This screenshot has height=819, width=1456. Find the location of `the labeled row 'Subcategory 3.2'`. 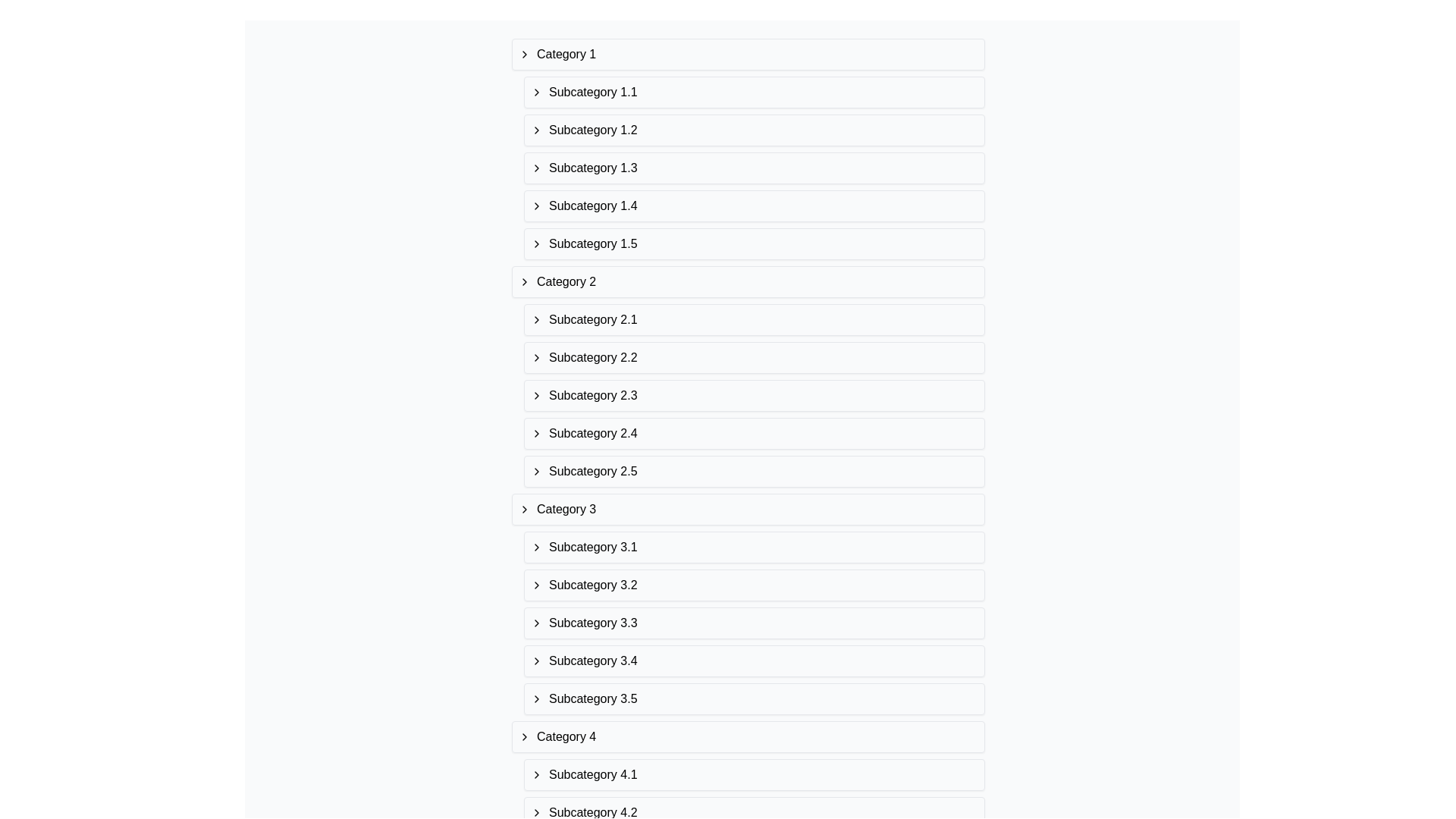

the labeled row 'Subcategory 3.2' is located at coordinates (748, 604).